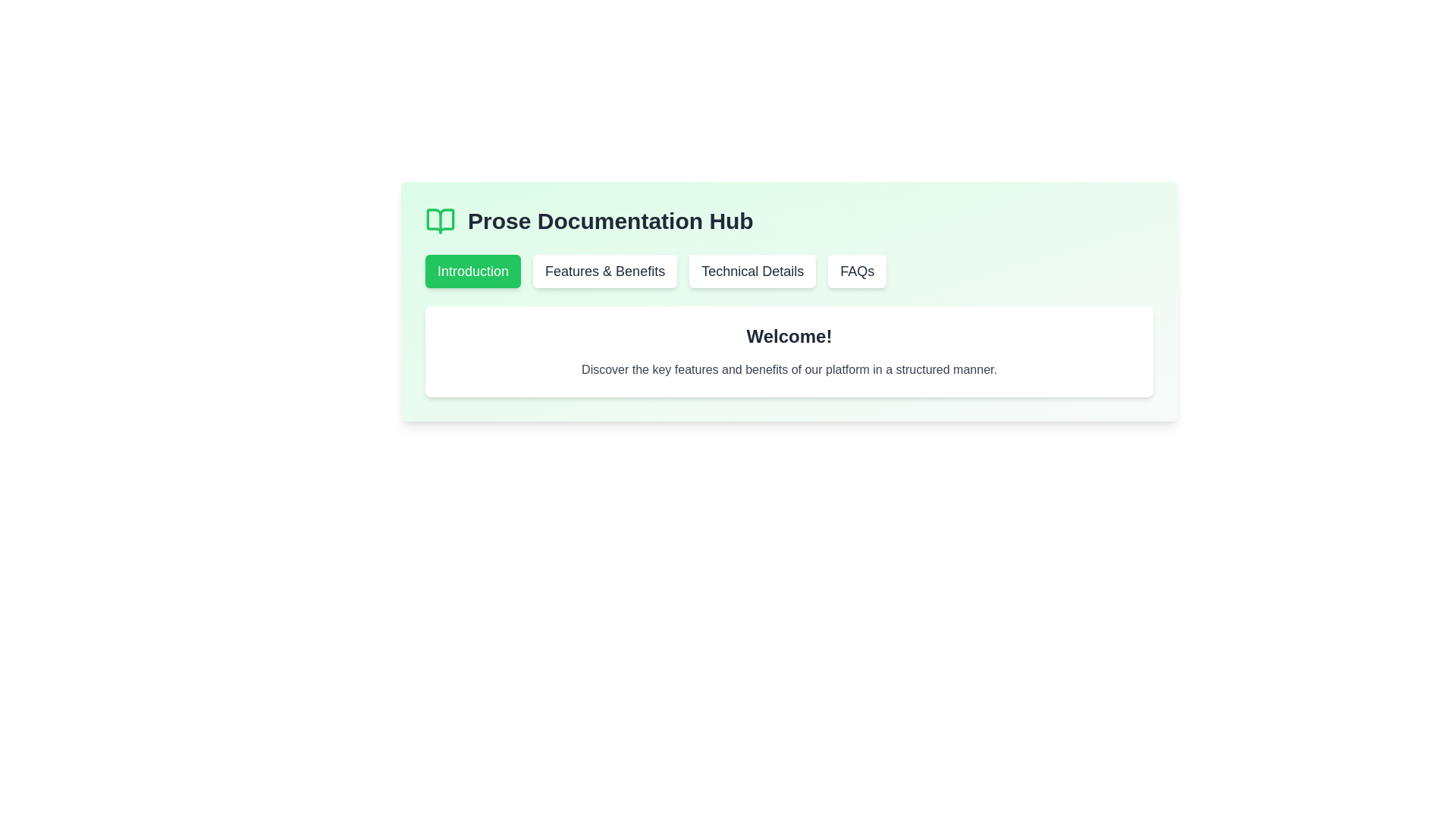 This screenshot has height=819, width=1456. What do you see at coordinates (439, 221) in the screenshot?
I see `the decorative graphical icon, which is the left half of the book-shaped icon next to the 'Prose Documentation Hub' text in the header section` at bounding box center [439, 221].